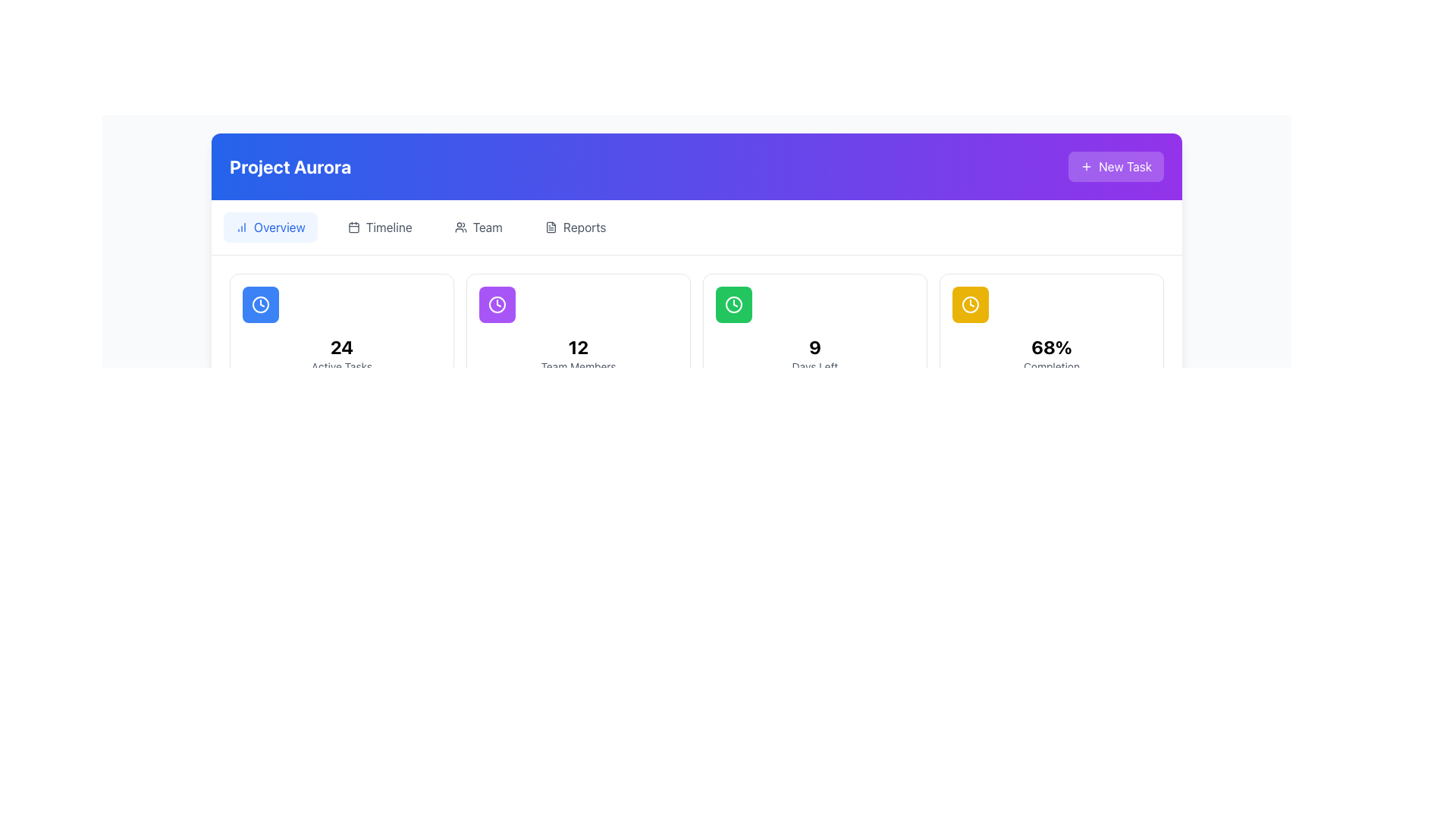 This screenshot has height=819, width=1456. Describe the element at coordinates (1051, 347) in the screenshot. I see `the displayed percentage value '68%' from the bold text label located centrally above the text 'Completion' and below a yellow clock icon` at that location.